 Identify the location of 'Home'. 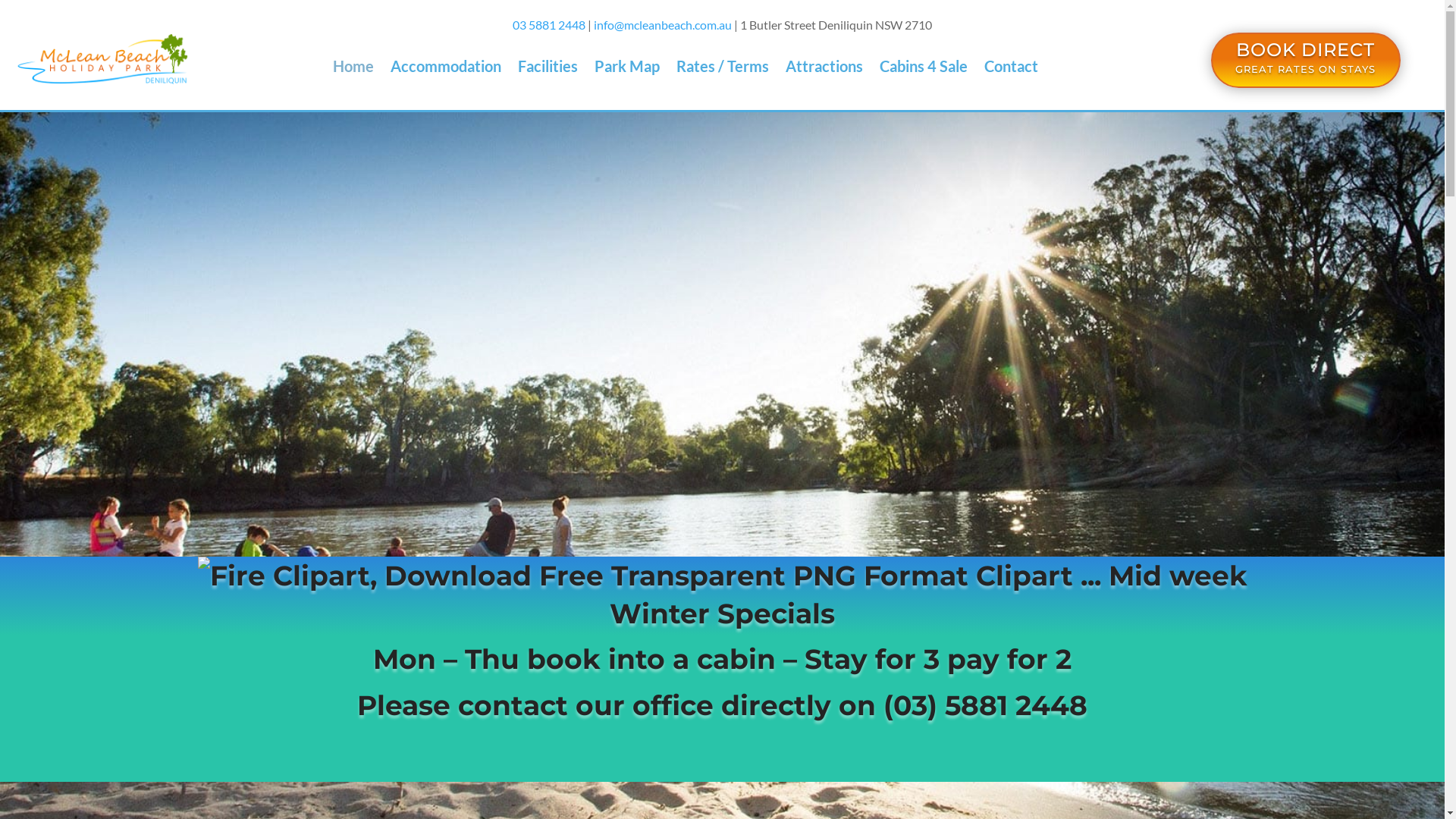
(331, 69).